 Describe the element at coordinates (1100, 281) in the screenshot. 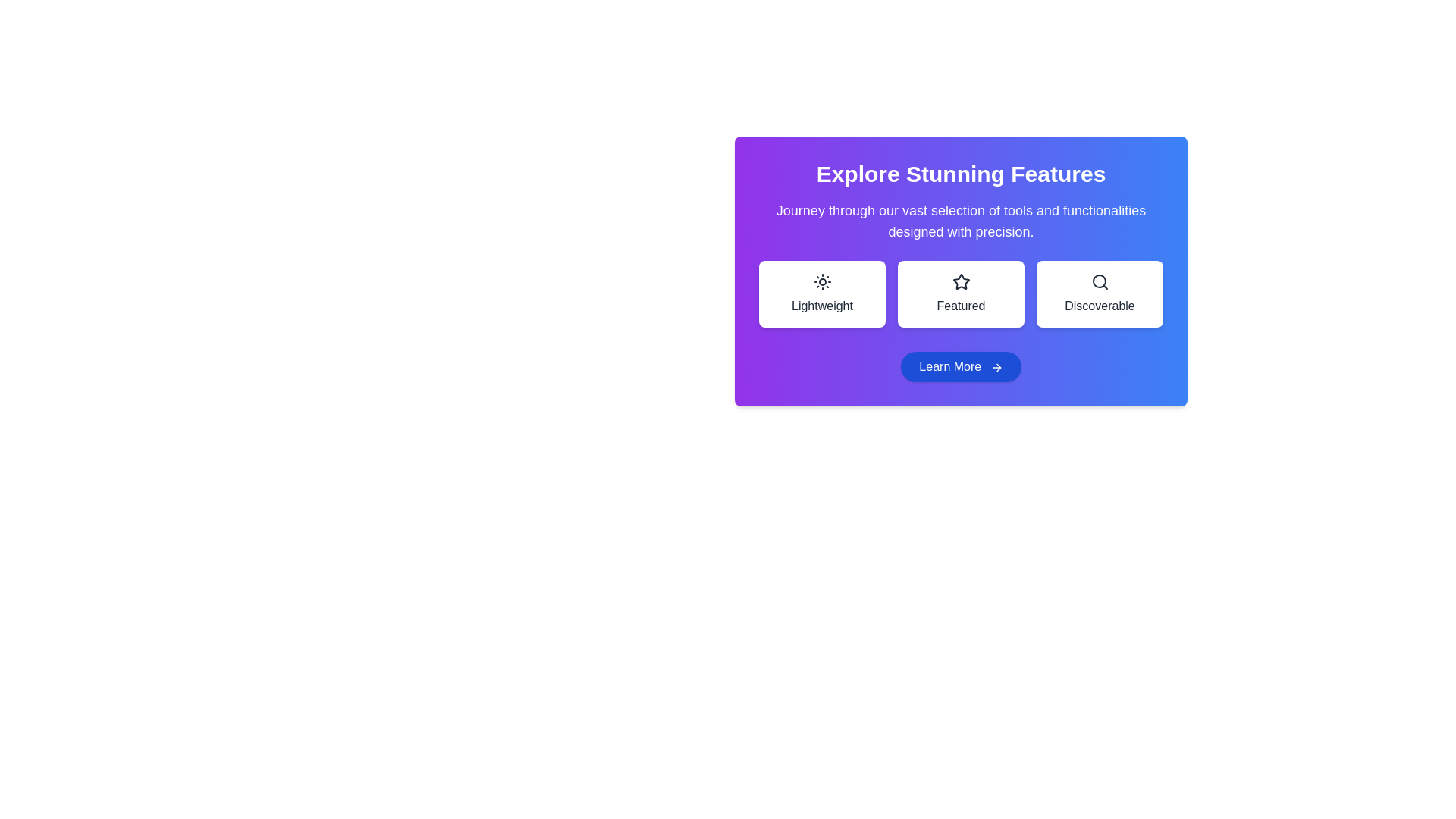

I see `the search icon located in the rightmost card of the 'Explore Stunning Features' section, positioned above the text 'Discoverable'` at that location.